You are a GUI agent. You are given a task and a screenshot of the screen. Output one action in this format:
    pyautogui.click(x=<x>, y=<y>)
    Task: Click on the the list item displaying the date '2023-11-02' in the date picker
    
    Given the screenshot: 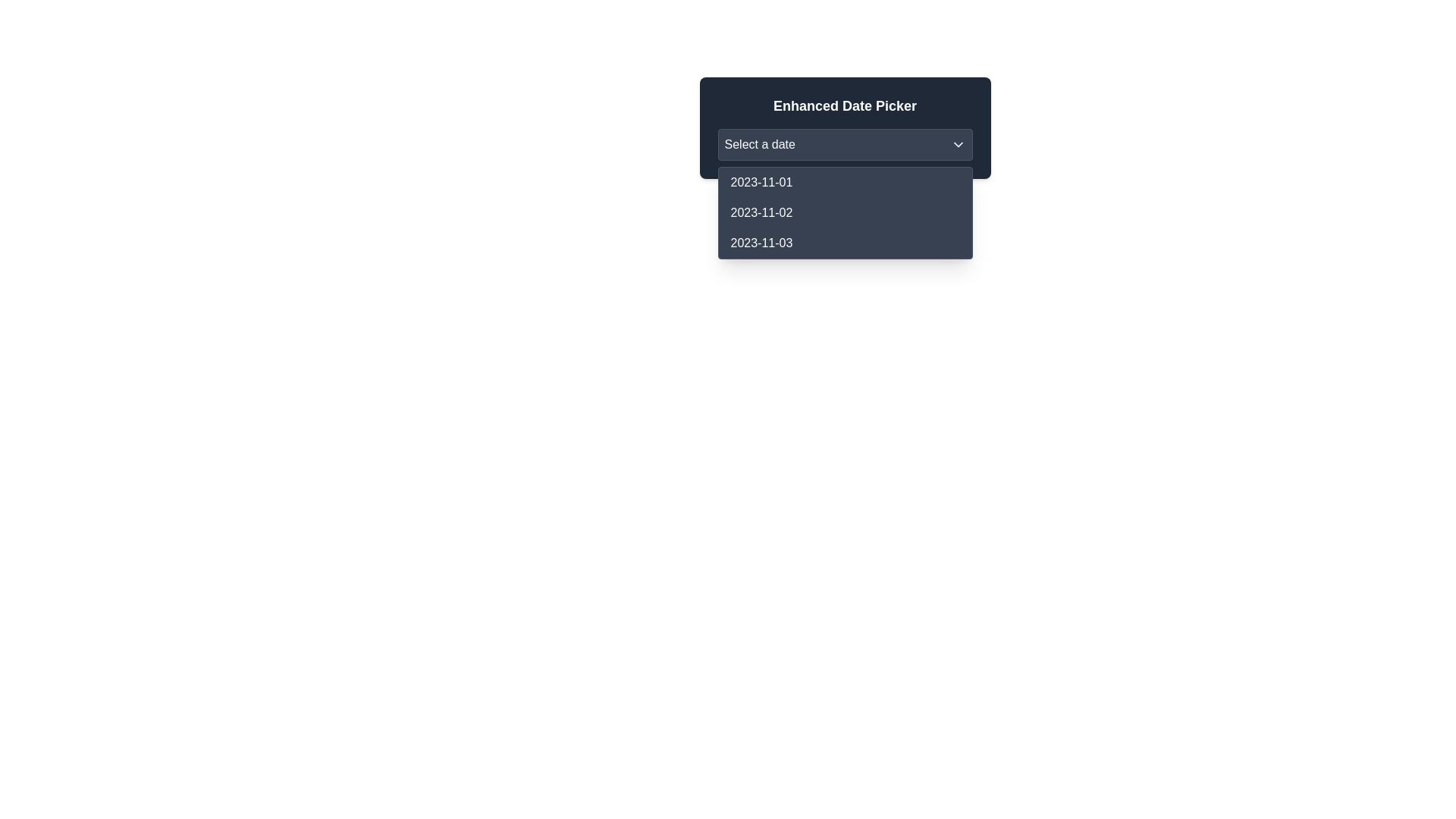 What is the action you would take?
    pyautogui.click(x=844, y=213)
    